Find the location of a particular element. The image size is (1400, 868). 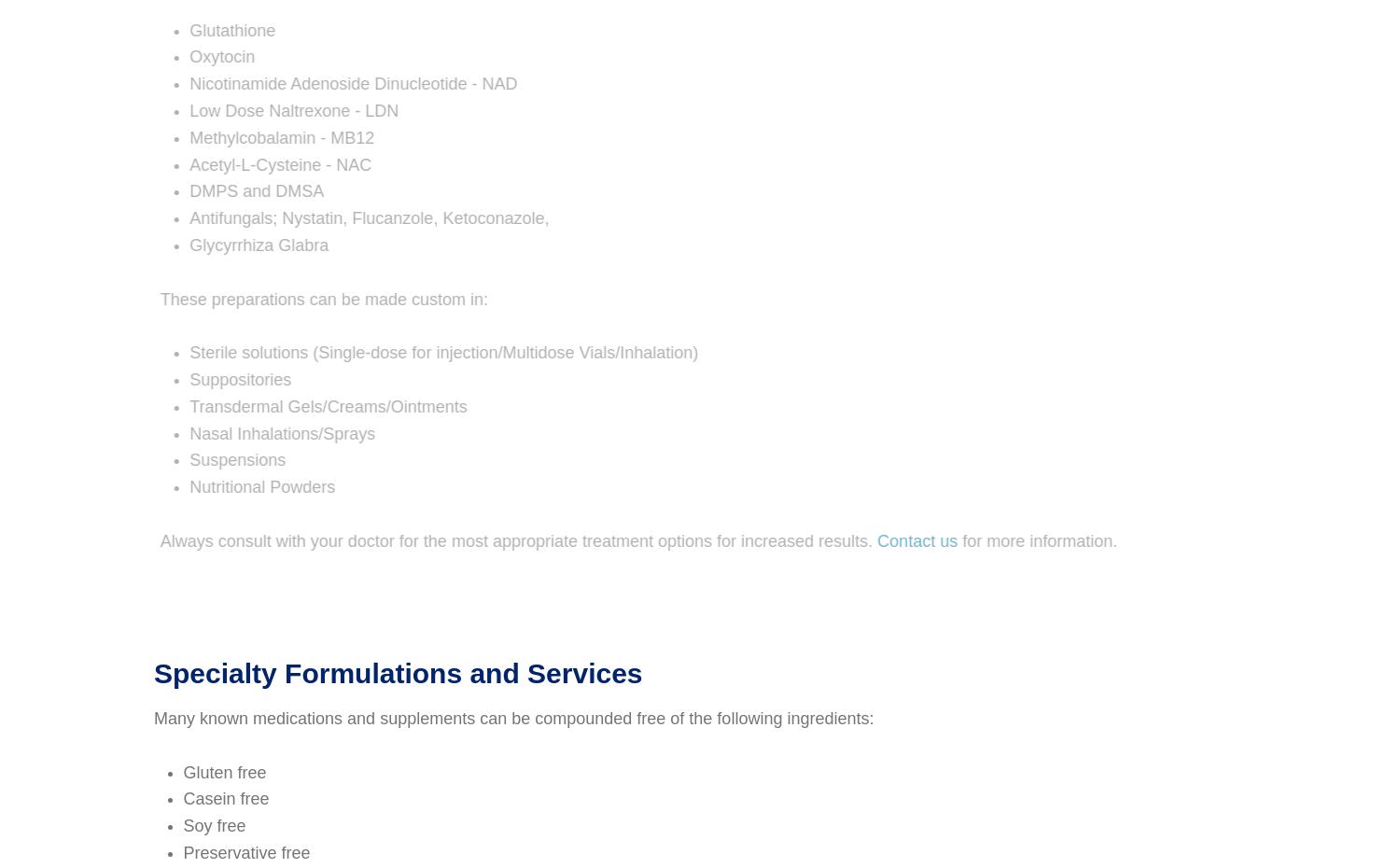

'Low Dose Naltrexone - LDN' is located at coordinates (273, 111).